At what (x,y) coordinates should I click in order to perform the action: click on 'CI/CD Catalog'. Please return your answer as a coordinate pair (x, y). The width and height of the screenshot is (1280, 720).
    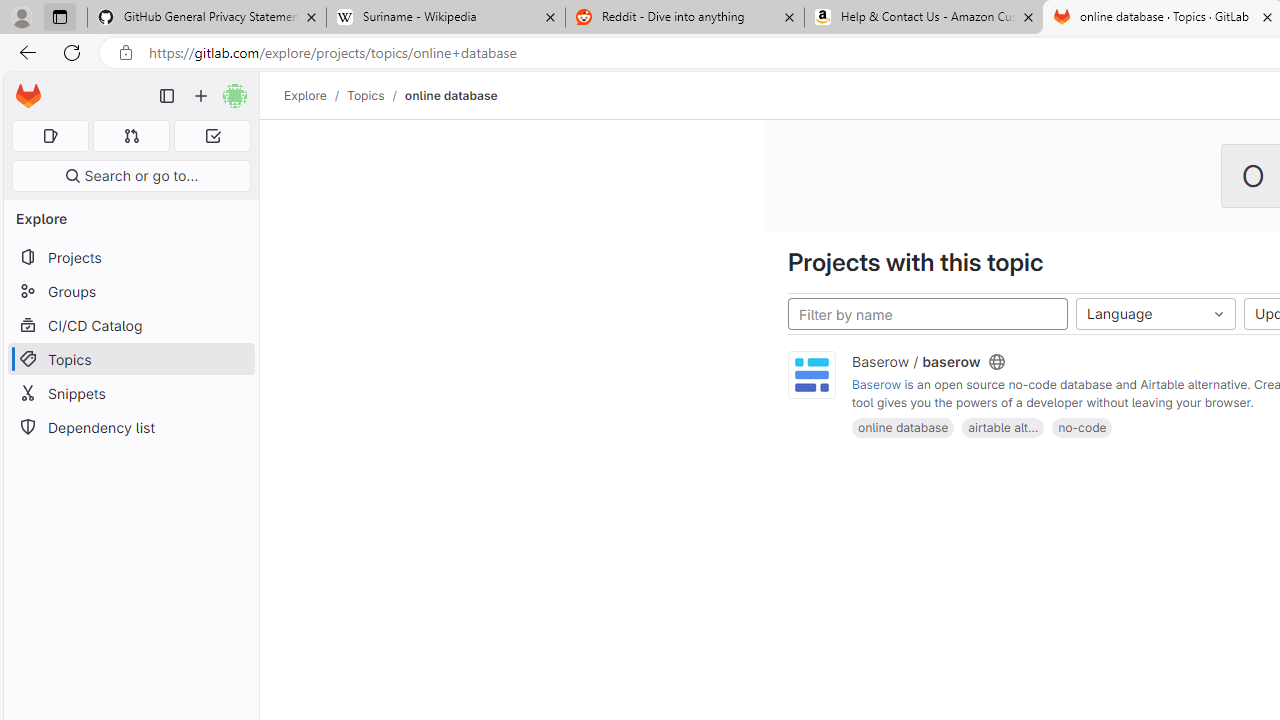
    Looking at the image, I should click on (130, 324).